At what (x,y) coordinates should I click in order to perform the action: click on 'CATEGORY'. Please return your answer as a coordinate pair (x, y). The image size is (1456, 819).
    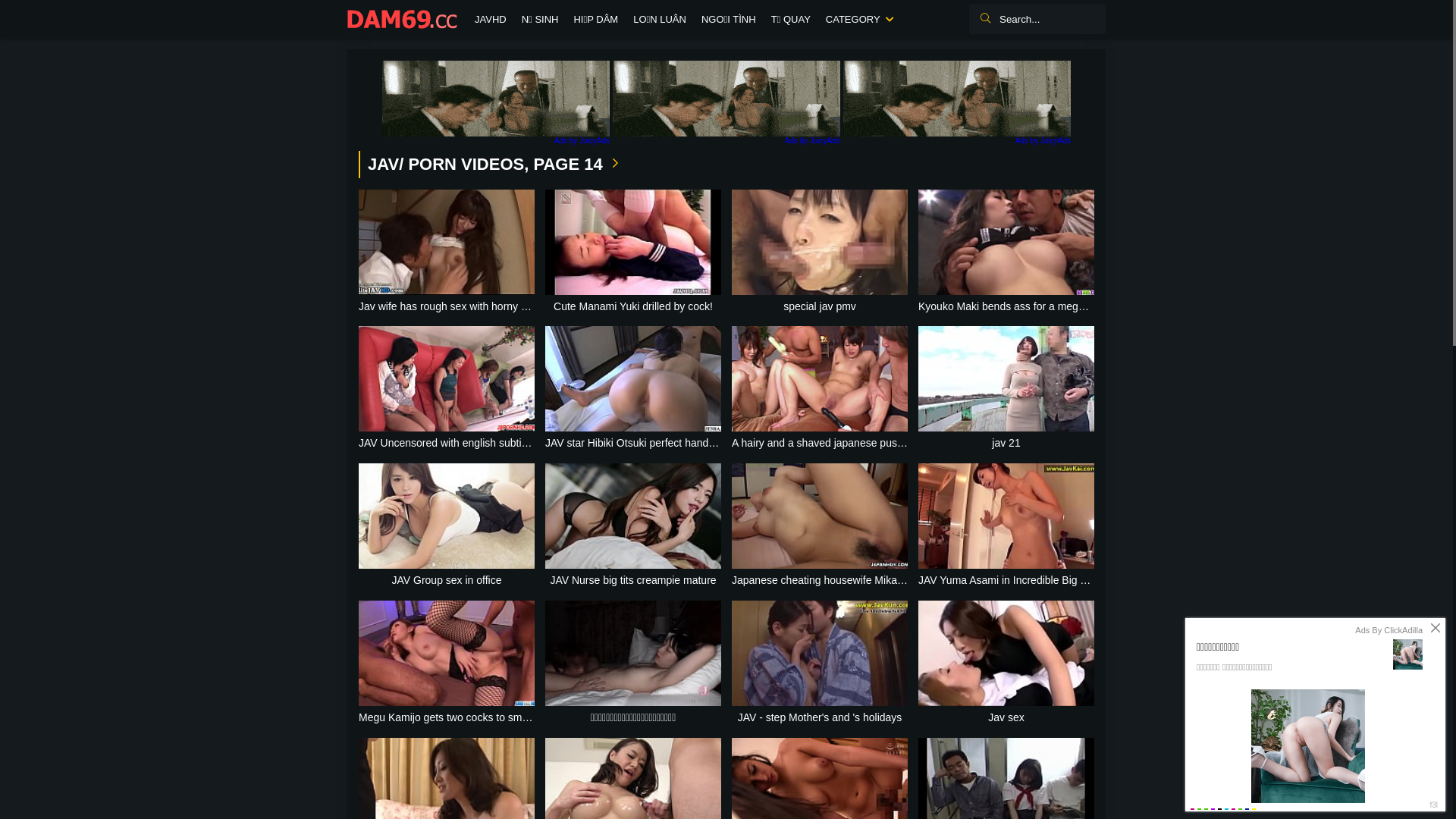
    Looking at the image, I should click on (858, 20).